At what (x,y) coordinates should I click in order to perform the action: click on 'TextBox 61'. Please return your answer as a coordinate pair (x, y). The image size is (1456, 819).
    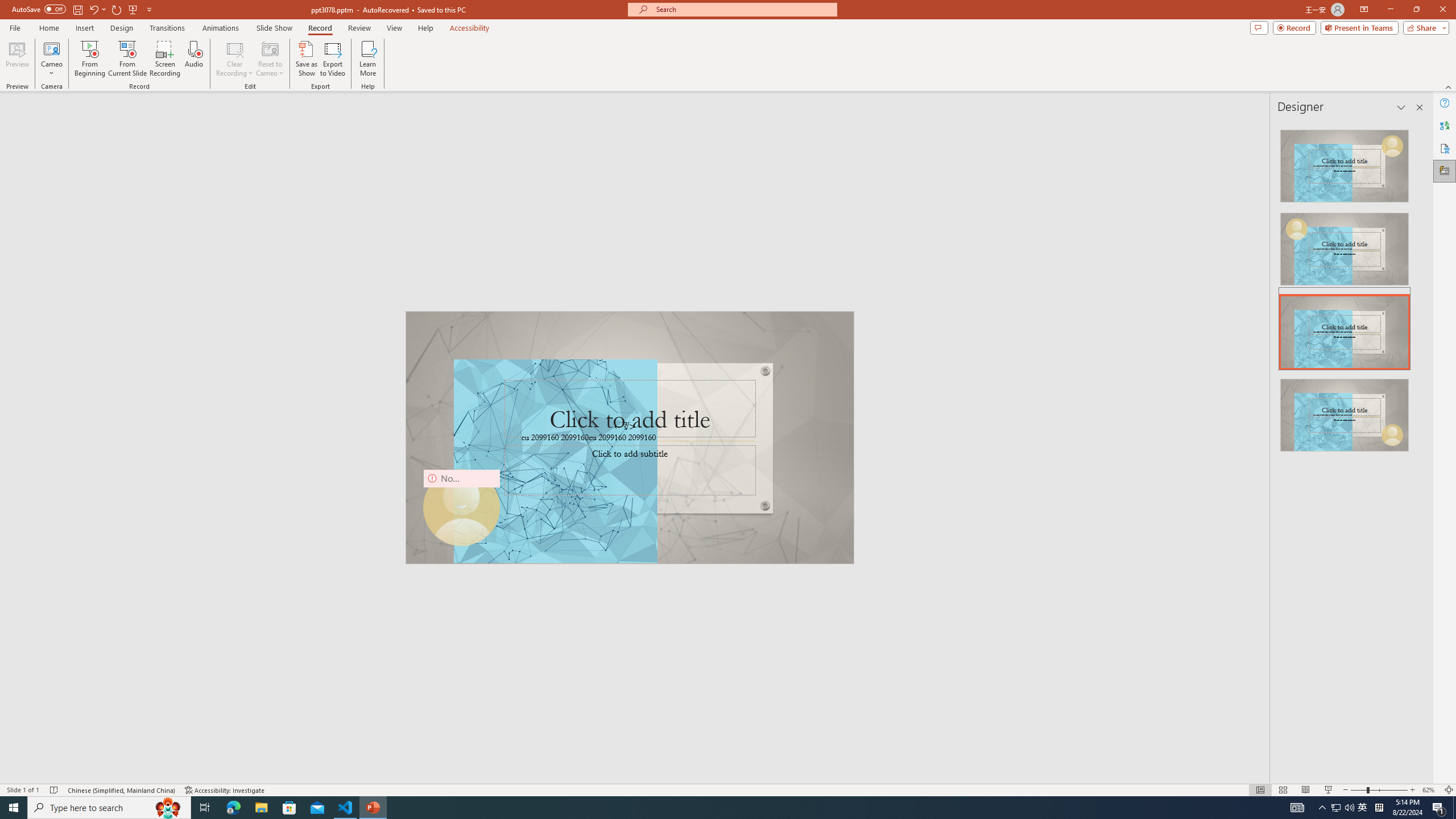
    Looking at the image, I should click on (628, 438).